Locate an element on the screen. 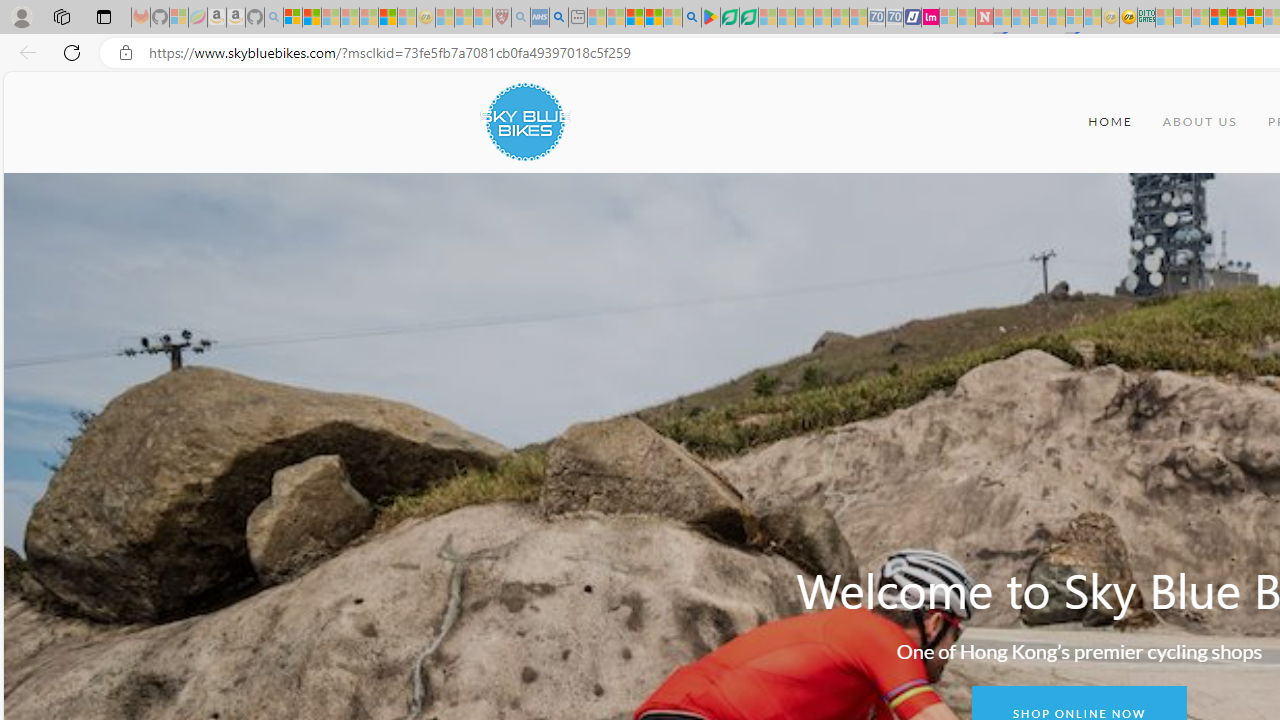 Image resolution: width=1280 pixels, height=720 pixels. 'NCL Adult Asthma Inhaler Choice Guideline - Sleeping' is located at coordinates (540, 17).